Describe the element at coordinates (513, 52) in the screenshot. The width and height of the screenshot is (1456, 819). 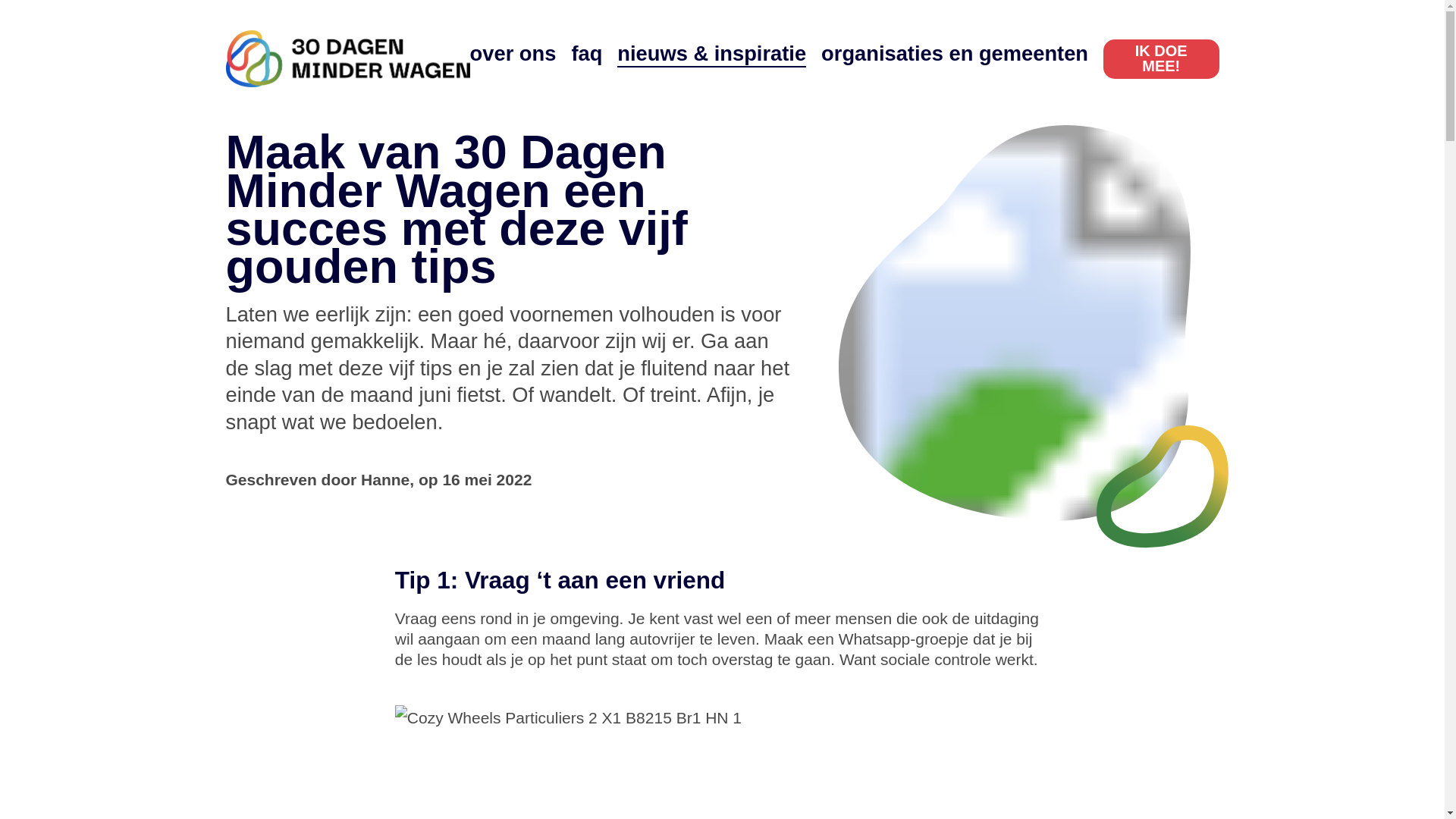
I see `'over ons'` at that location.